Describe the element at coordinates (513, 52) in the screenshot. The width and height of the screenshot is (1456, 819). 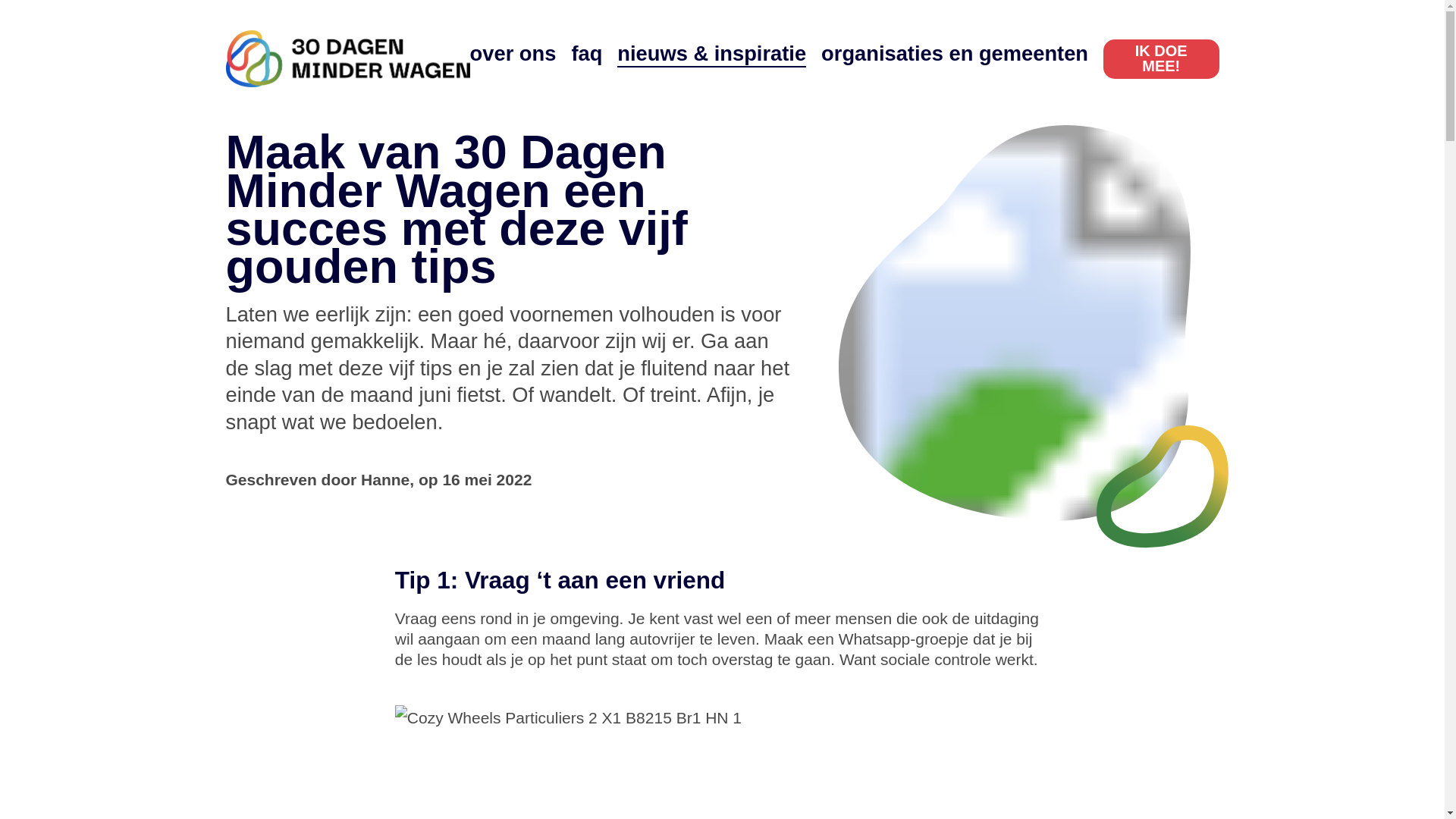
I see `'over ons'` at that location.